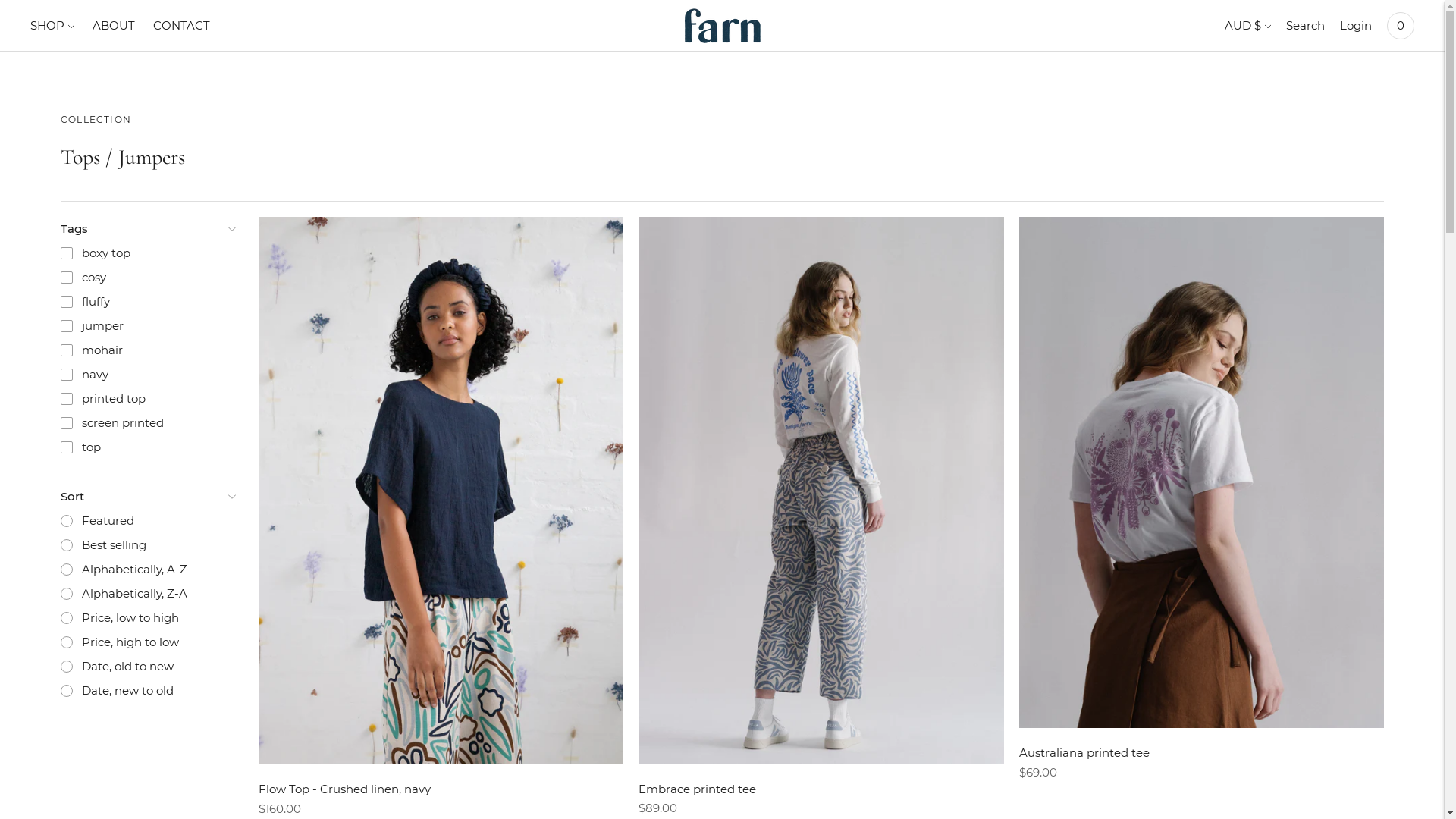 The width and height of the screenshot is (1456, 819). I want to click on 'Search', so click(1304, 26).